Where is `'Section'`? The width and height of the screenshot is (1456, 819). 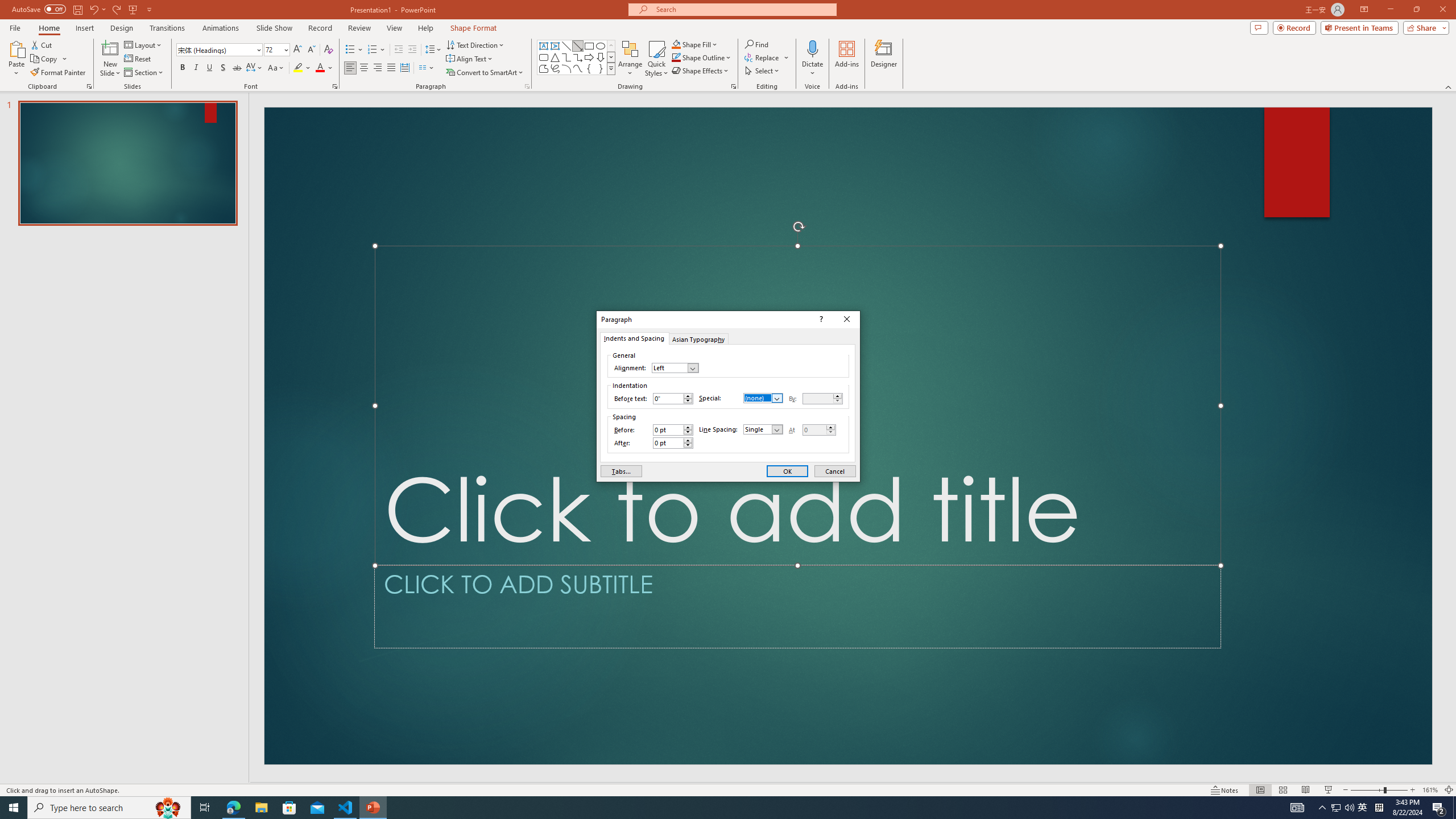
'Section' is located at coordinates (144, 72).